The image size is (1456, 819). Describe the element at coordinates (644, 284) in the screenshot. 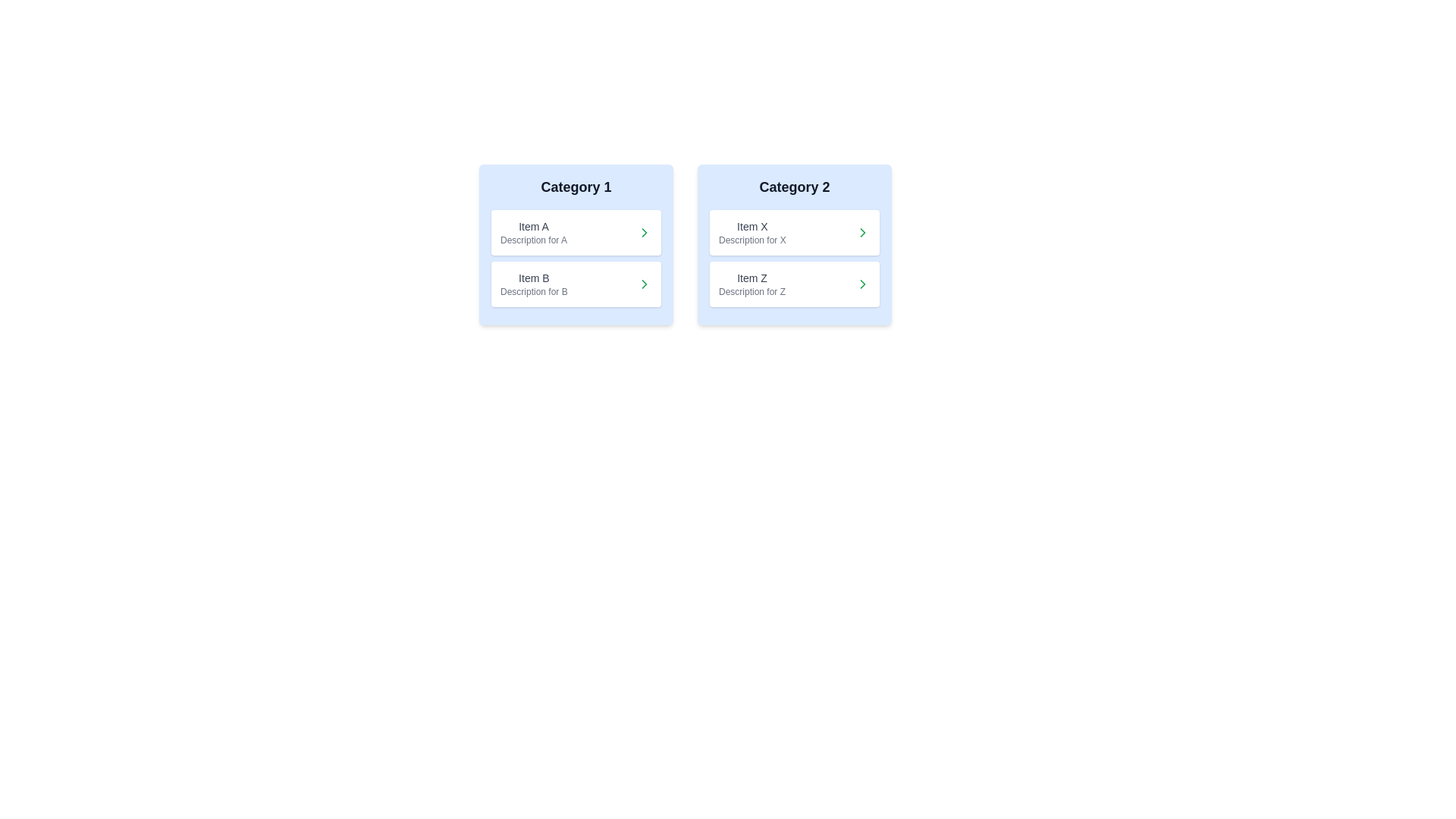

I see `the transfer button for Item B to move it to the other category` at that location.